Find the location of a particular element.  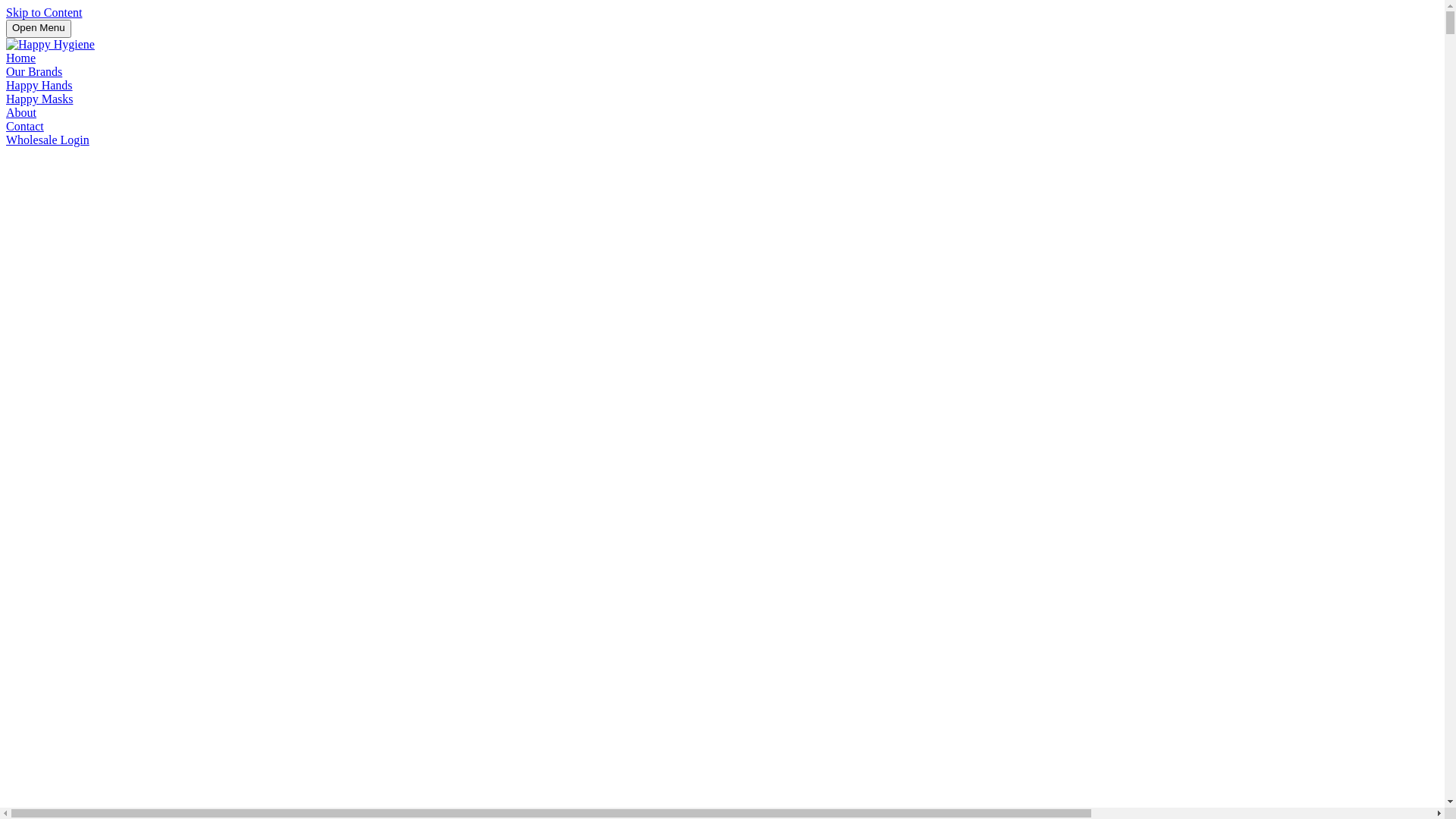

'Wholesale Login' is located at coordinates (47, 140).